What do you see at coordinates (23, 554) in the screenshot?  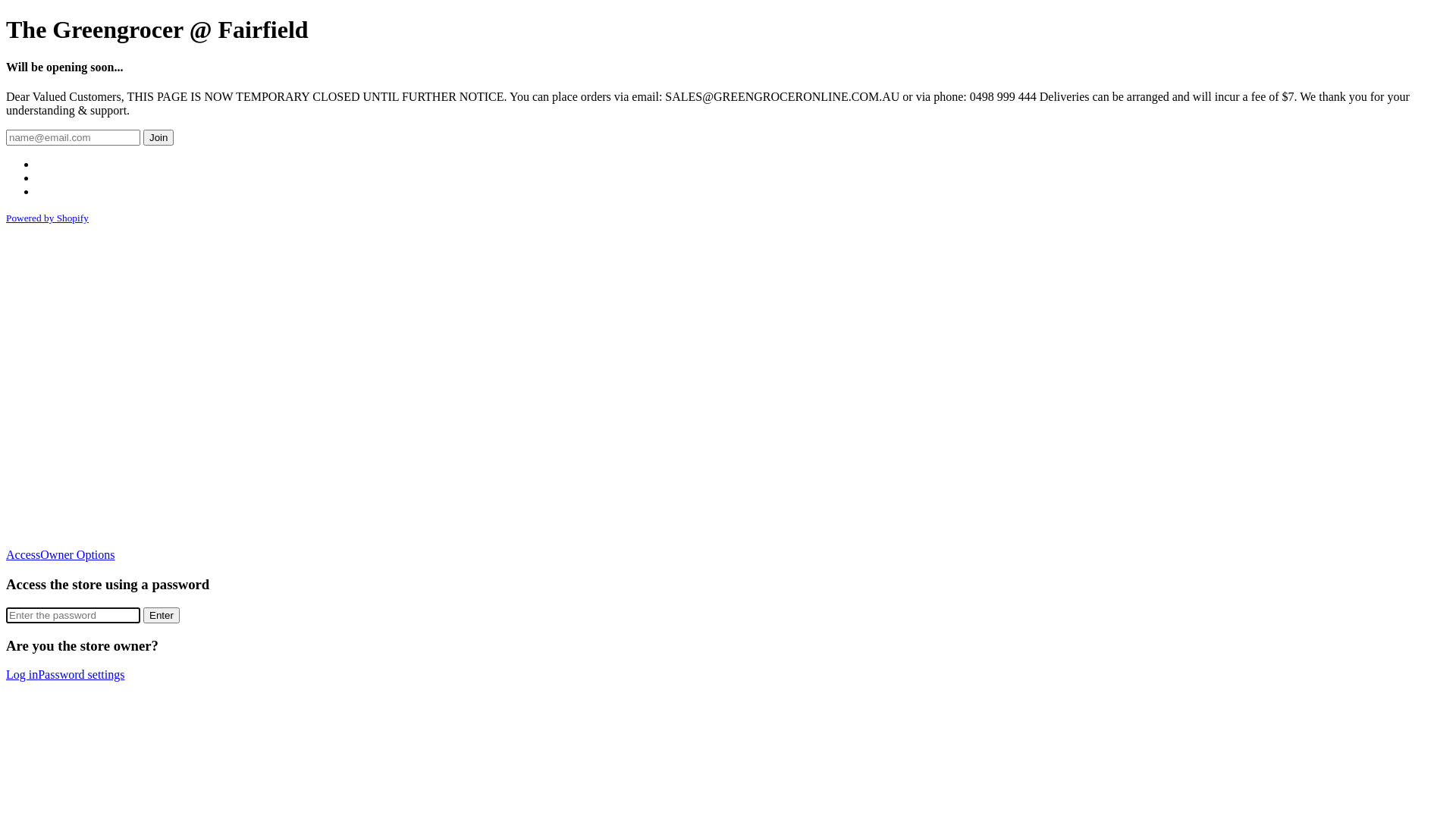 I see `'Access'` at bounding box center [23, 554].